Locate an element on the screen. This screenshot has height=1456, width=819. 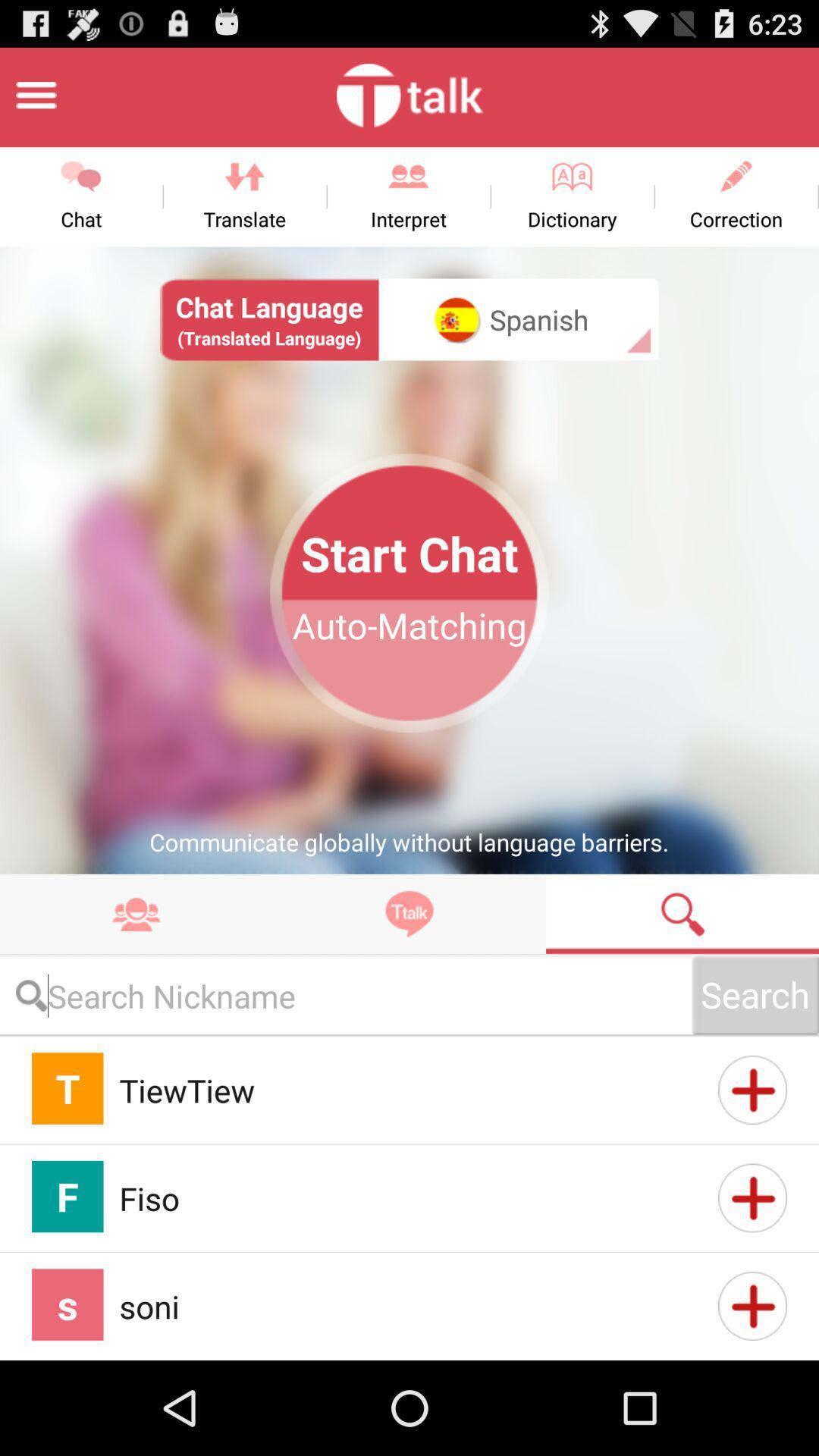
to contacts is located at coordinates (752, 1089).